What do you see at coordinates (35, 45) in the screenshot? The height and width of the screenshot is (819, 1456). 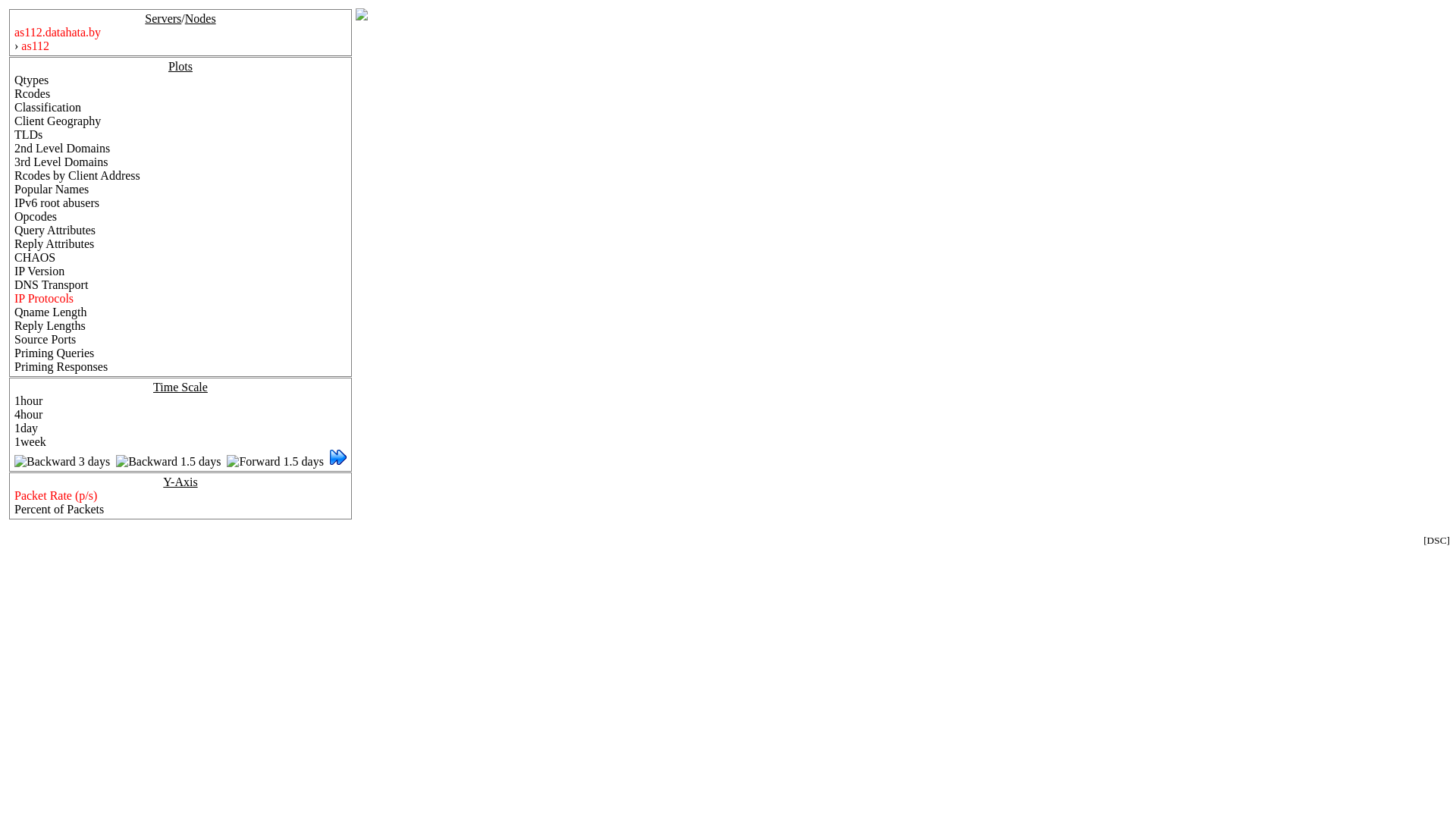 I see `'as112'` at bounding box center [35, 45].